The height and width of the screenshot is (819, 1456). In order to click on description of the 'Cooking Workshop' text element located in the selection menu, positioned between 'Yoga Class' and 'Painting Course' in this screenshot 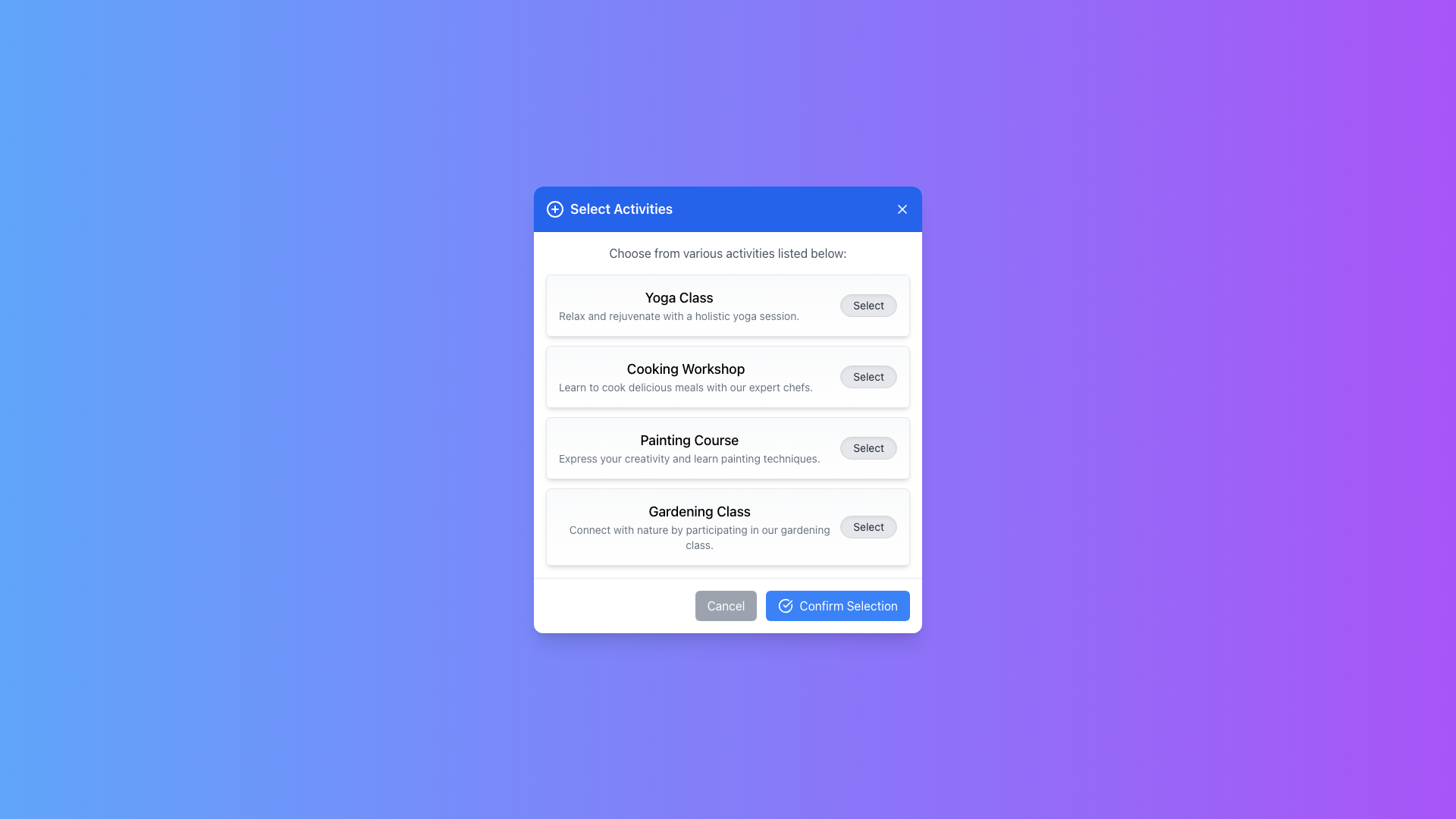, I will do `click(685, 375)`.